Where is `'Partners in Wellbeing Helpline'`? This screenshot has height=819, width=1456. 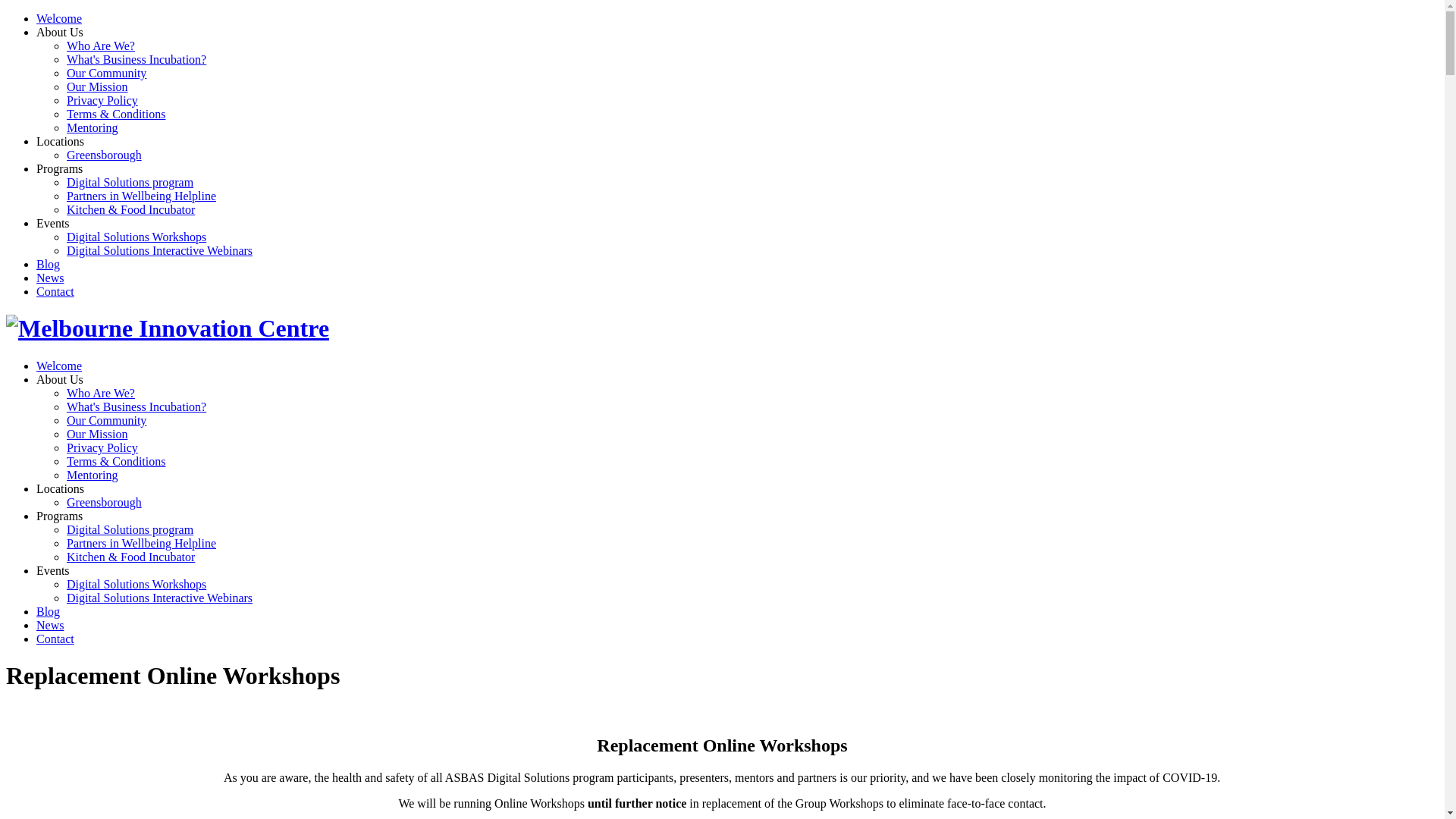 'Partners in Wellbeing Helpline' is located at coordinates (65, 195).